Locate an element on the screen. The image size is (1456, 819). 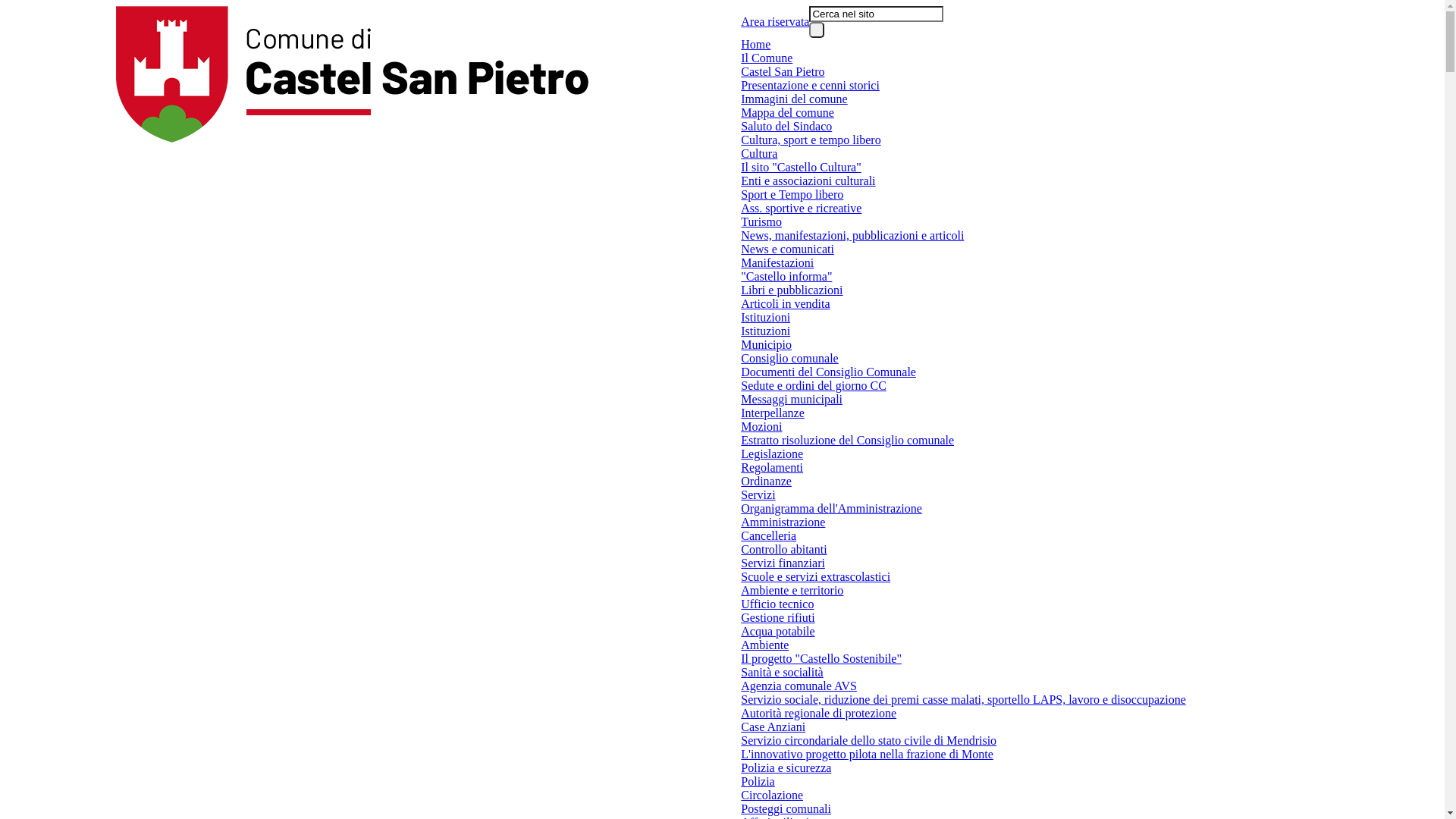
'Istituzioni' is located at coordinates (765, 317).